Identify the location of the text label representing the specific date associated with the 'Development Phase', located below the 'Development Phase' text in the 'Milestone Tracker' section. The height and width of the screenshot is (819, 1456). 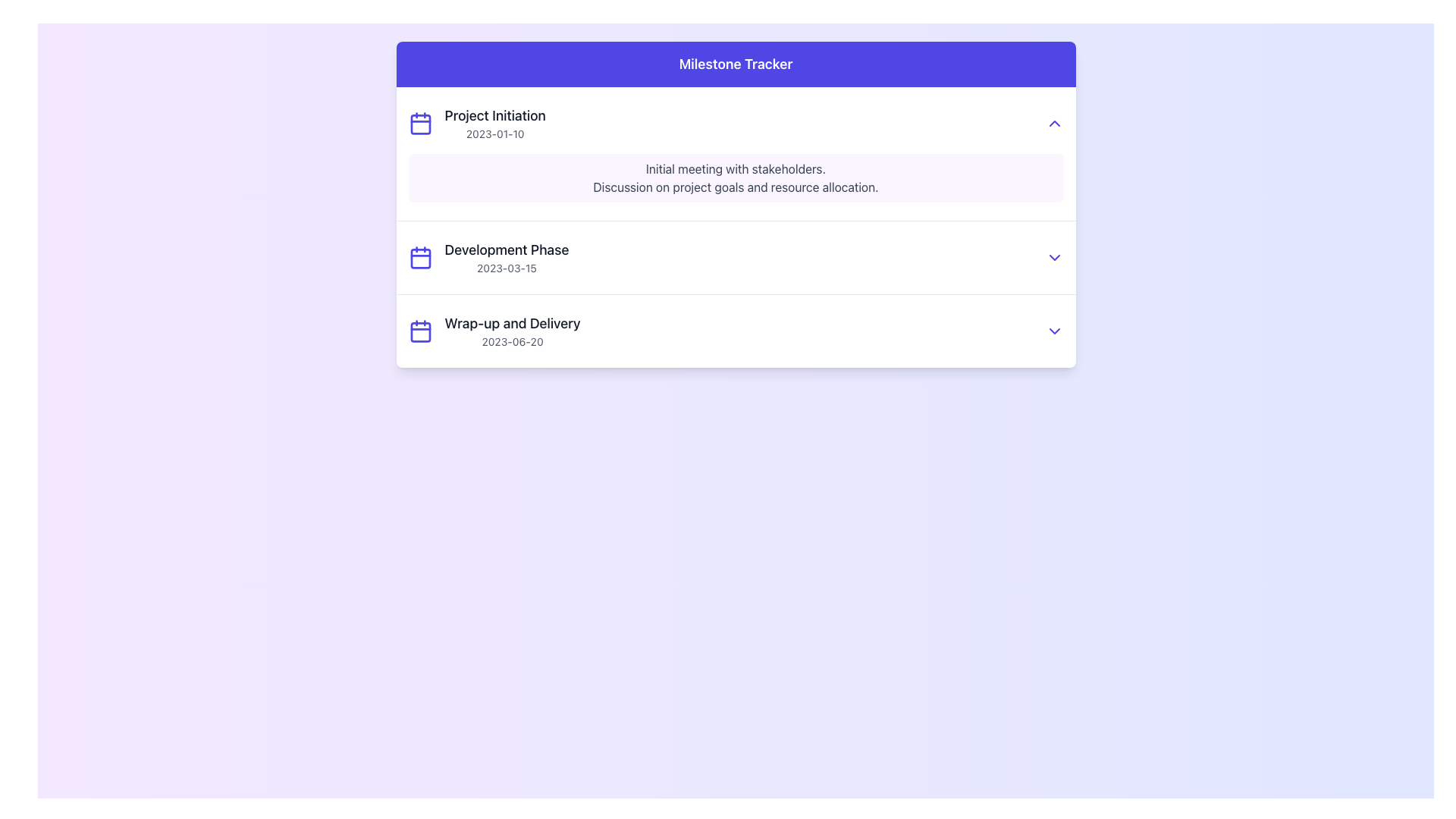
(507, 268).